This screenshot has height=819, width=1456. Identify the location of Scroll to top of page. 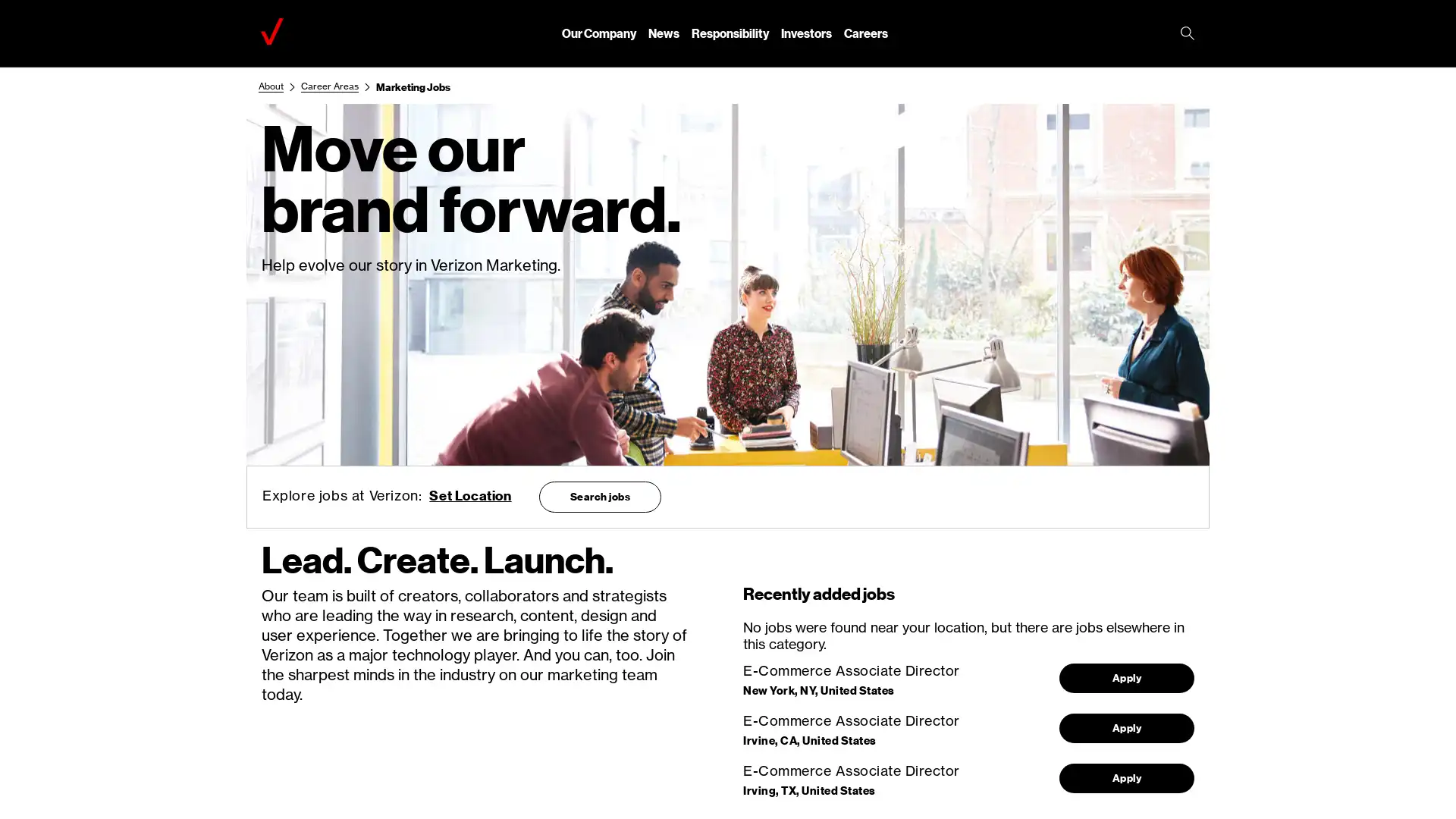
(1417, 773).